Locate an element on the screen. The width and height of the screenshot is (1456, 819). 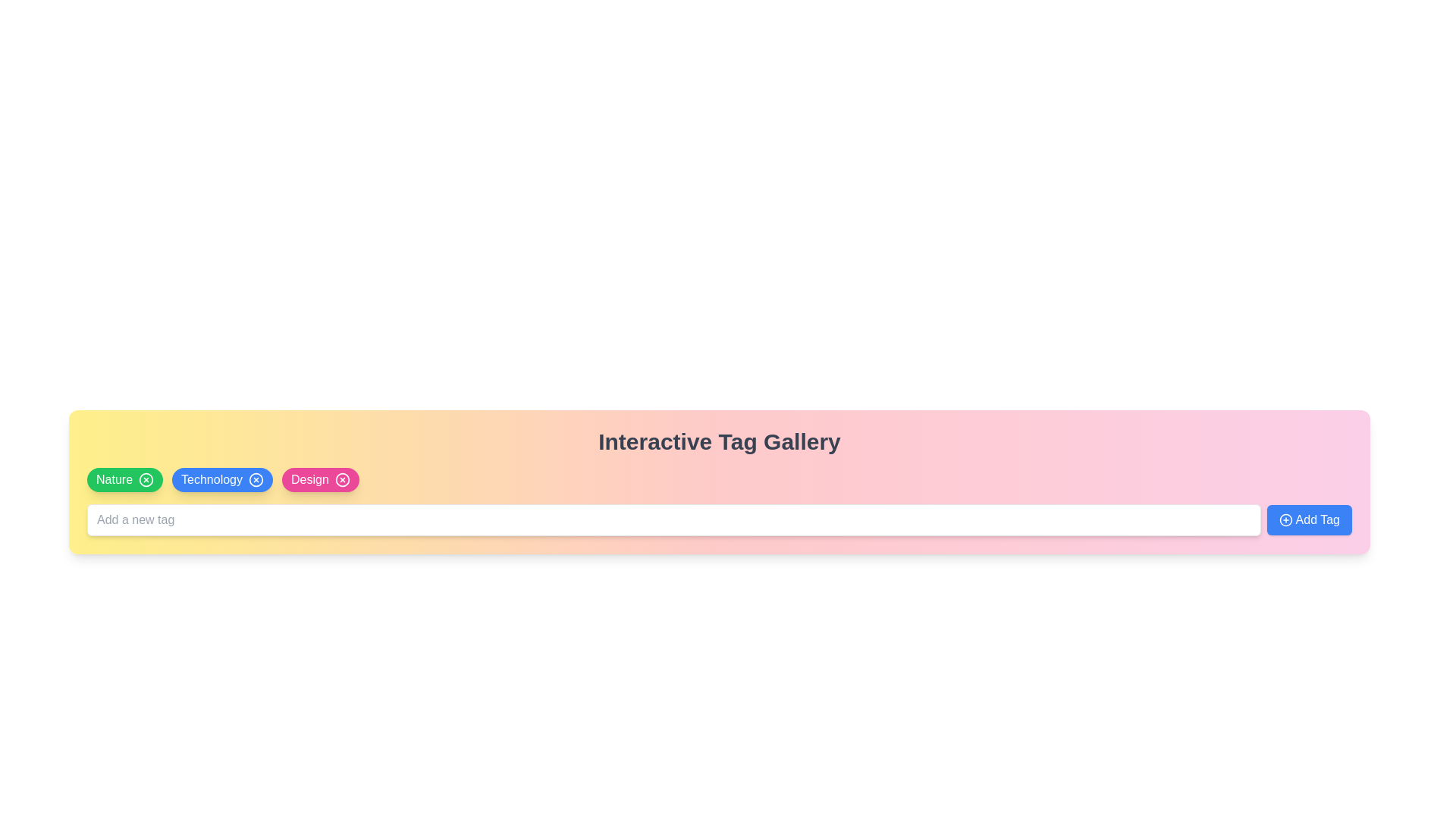
the pink 'Design' tag with a close icon is located at coordinates (319, 479).